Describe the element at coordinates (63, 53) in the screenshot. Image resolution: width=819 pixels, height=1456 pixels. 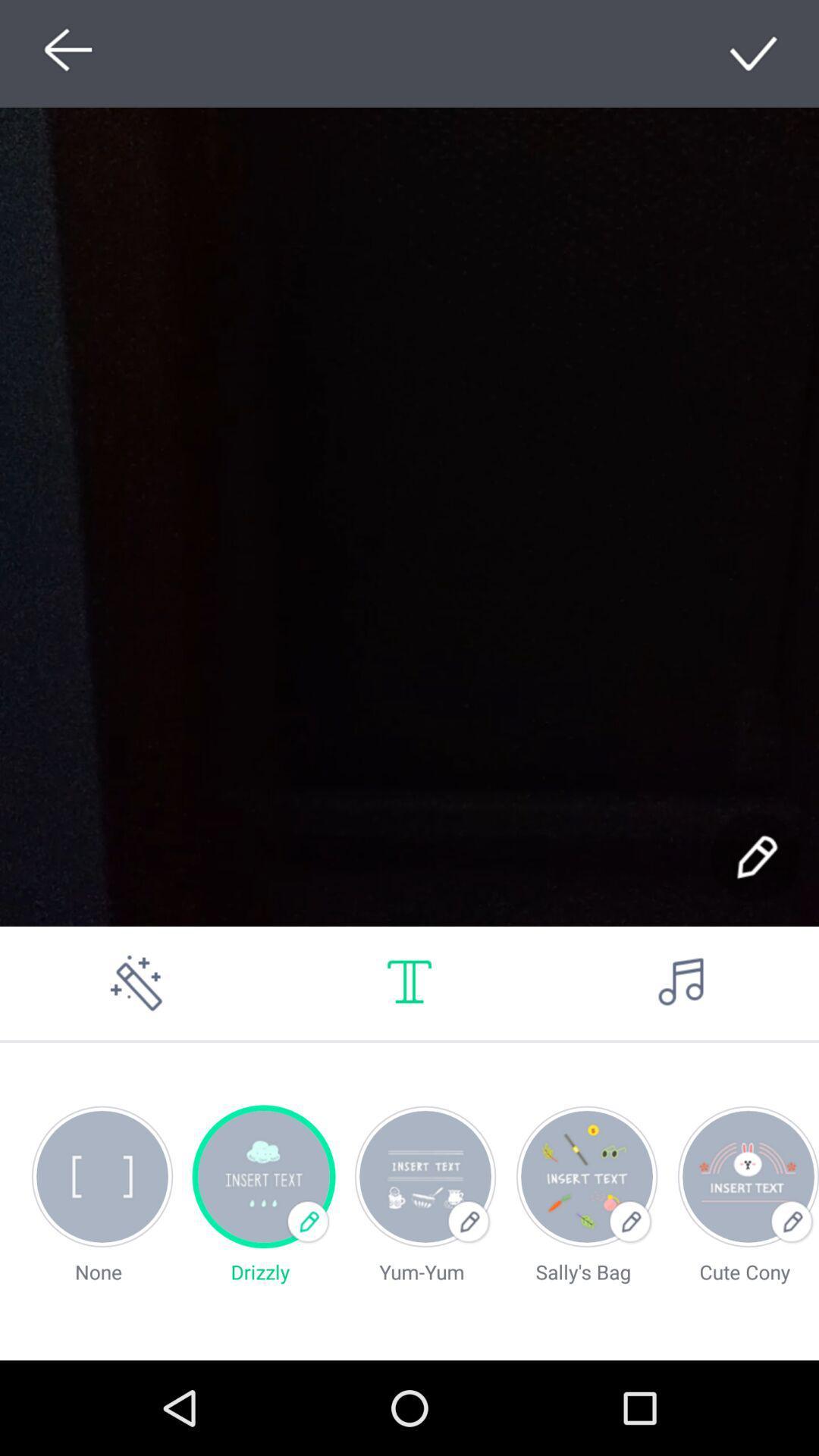
I see `go previous` at that location.